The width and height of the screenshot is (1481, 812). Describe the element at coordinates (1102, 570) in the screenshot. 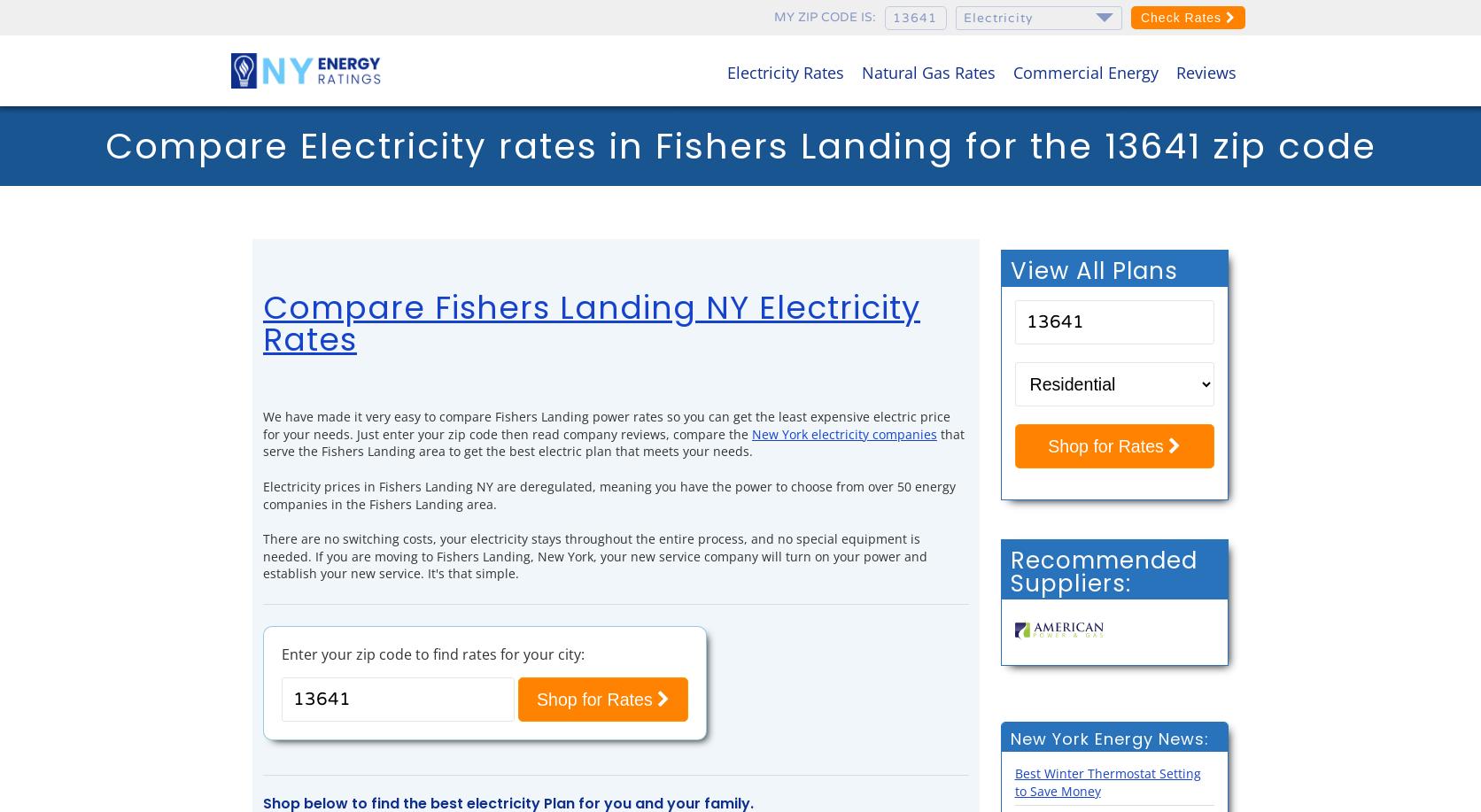

I see `'Recommended Suppliers:'` at that location.